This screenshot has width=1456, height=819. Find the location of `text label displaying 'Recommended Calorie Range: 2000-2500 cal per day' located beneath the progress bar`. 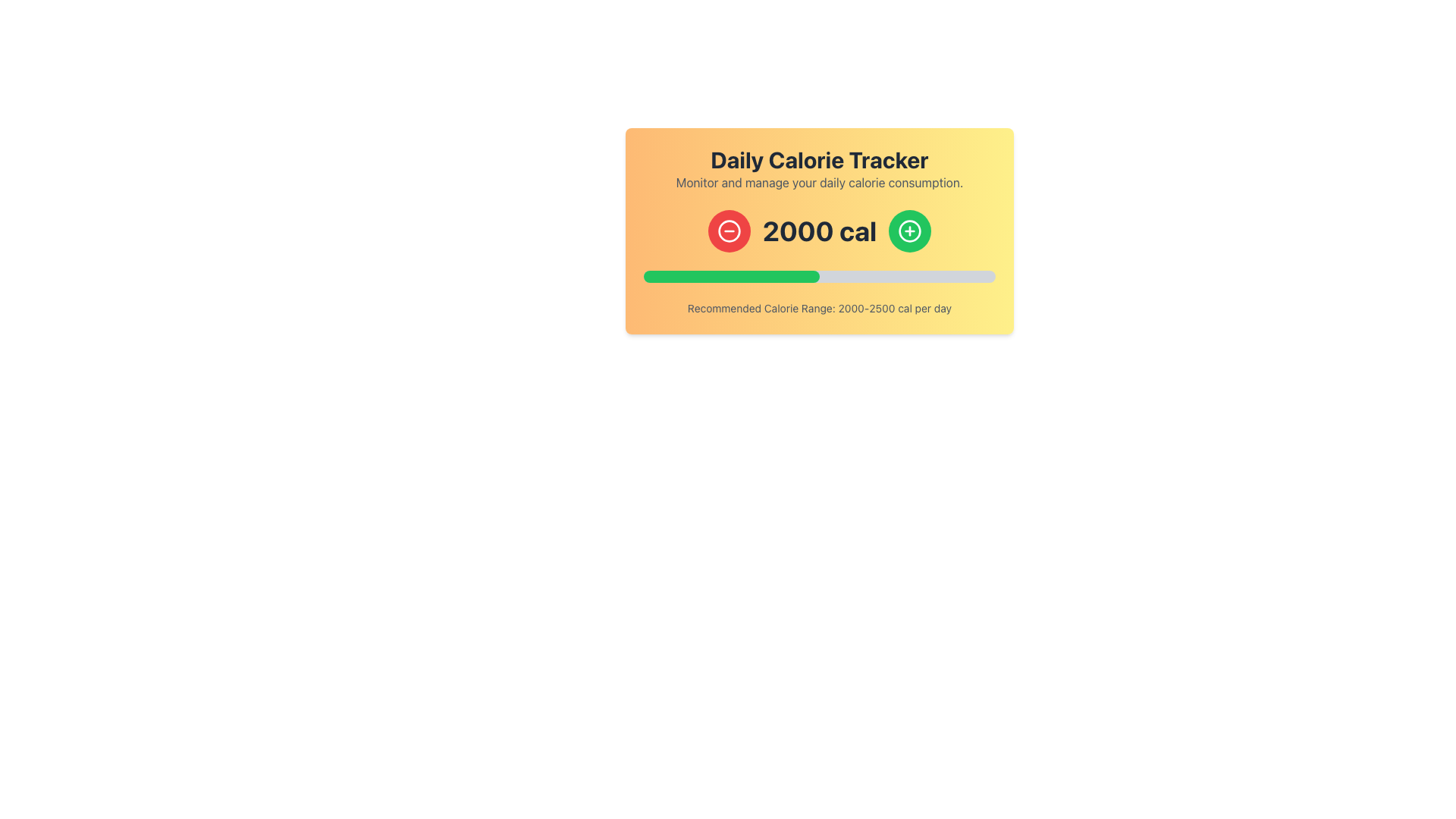

text label displaying 'Recommended Calorie Range: 2000-2500 cal per day' located beneath the progress bar is located at coordinates (818, 308).